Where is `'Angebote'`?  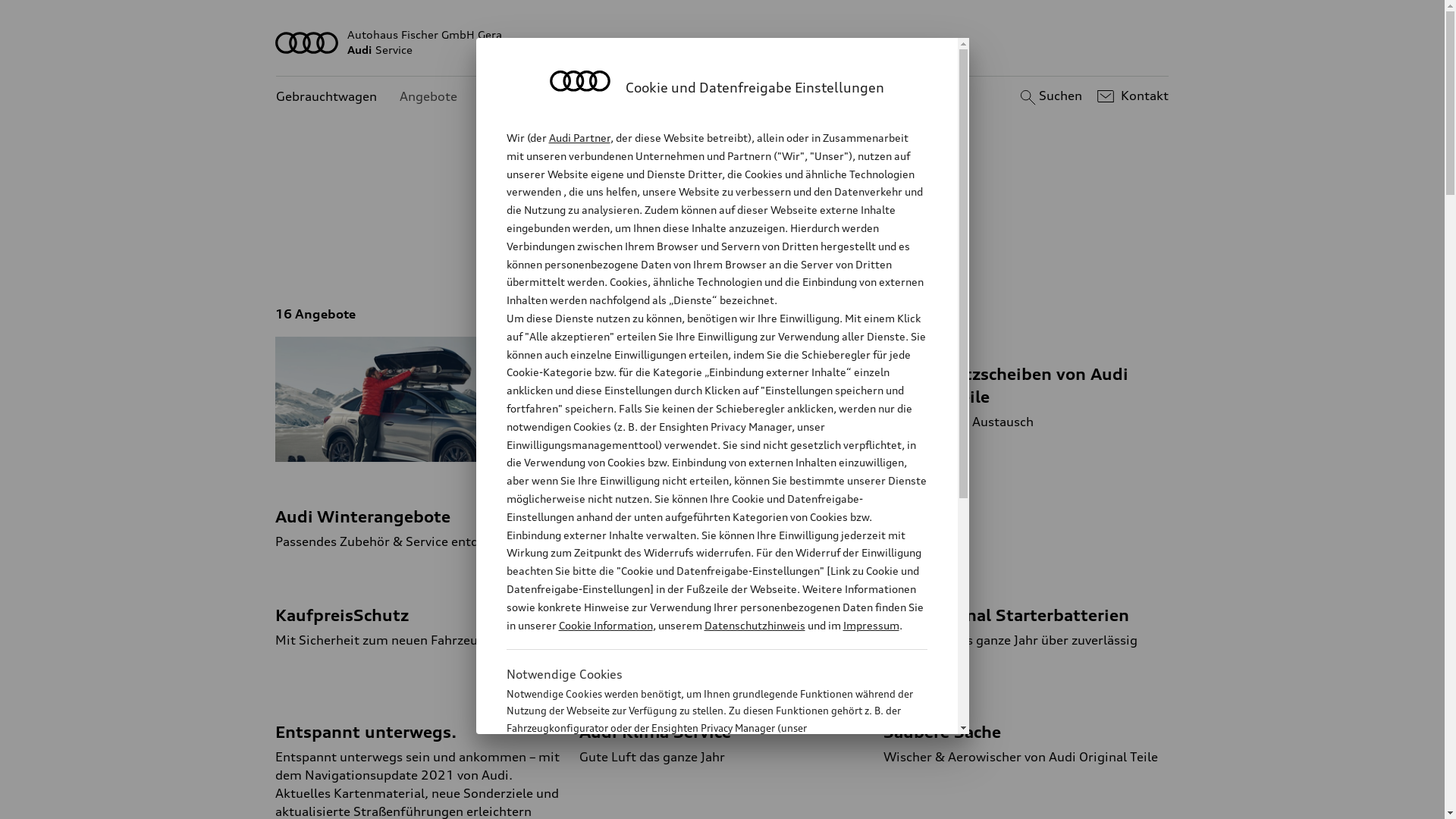 'Angebote' is located at coordinates (428, 96).